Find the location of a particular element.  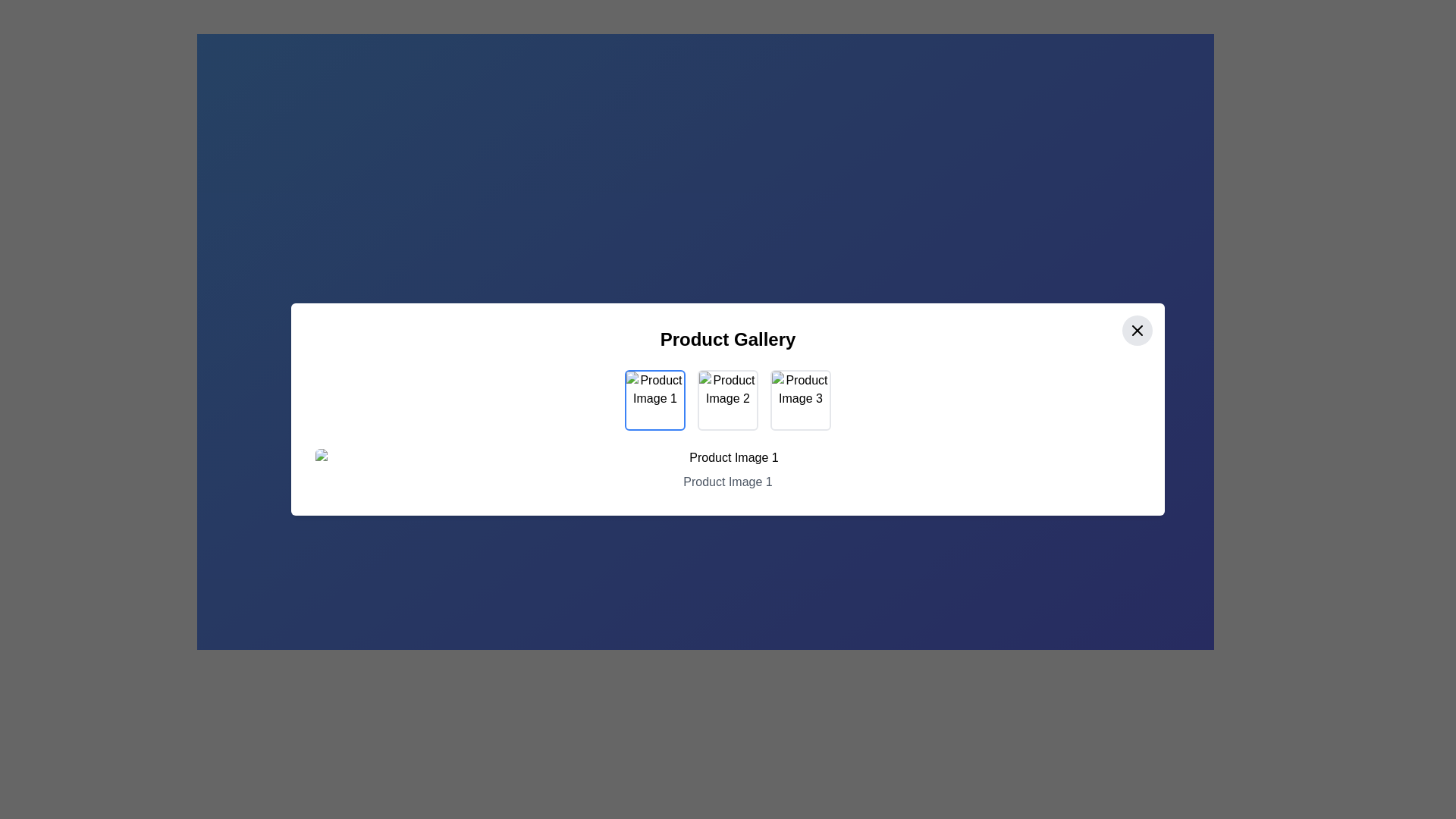

the circular button with a gray background and a black 'X' icon located in the top-right corner of the 'Product Gallery' modal is located at coordinates (1137, 329).